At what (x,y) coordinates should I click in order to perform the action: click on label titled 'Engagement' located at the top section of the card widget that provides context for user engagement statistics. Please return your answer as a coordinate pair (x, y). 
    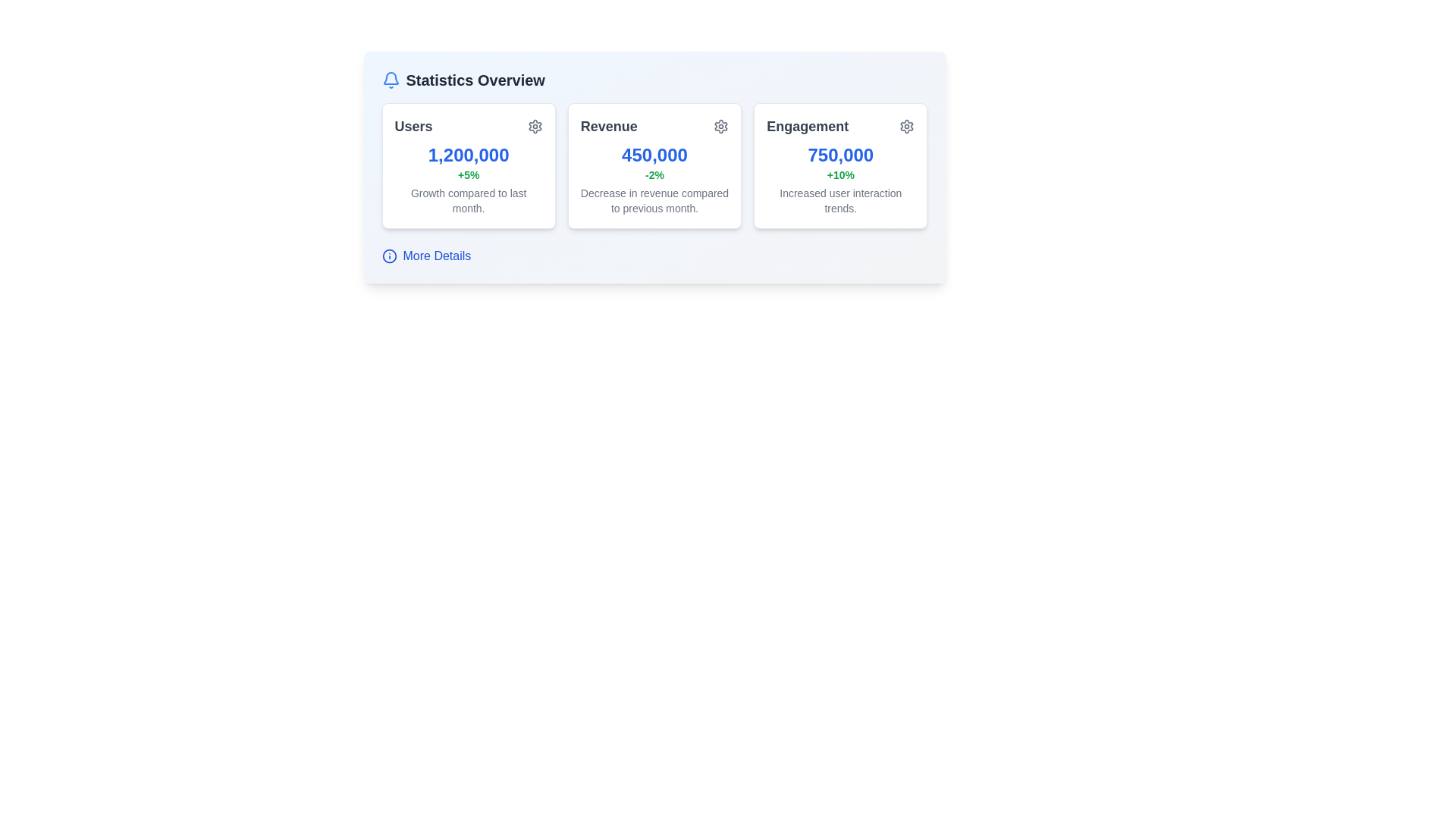
    Looking at the image, I should click on (839, 125).